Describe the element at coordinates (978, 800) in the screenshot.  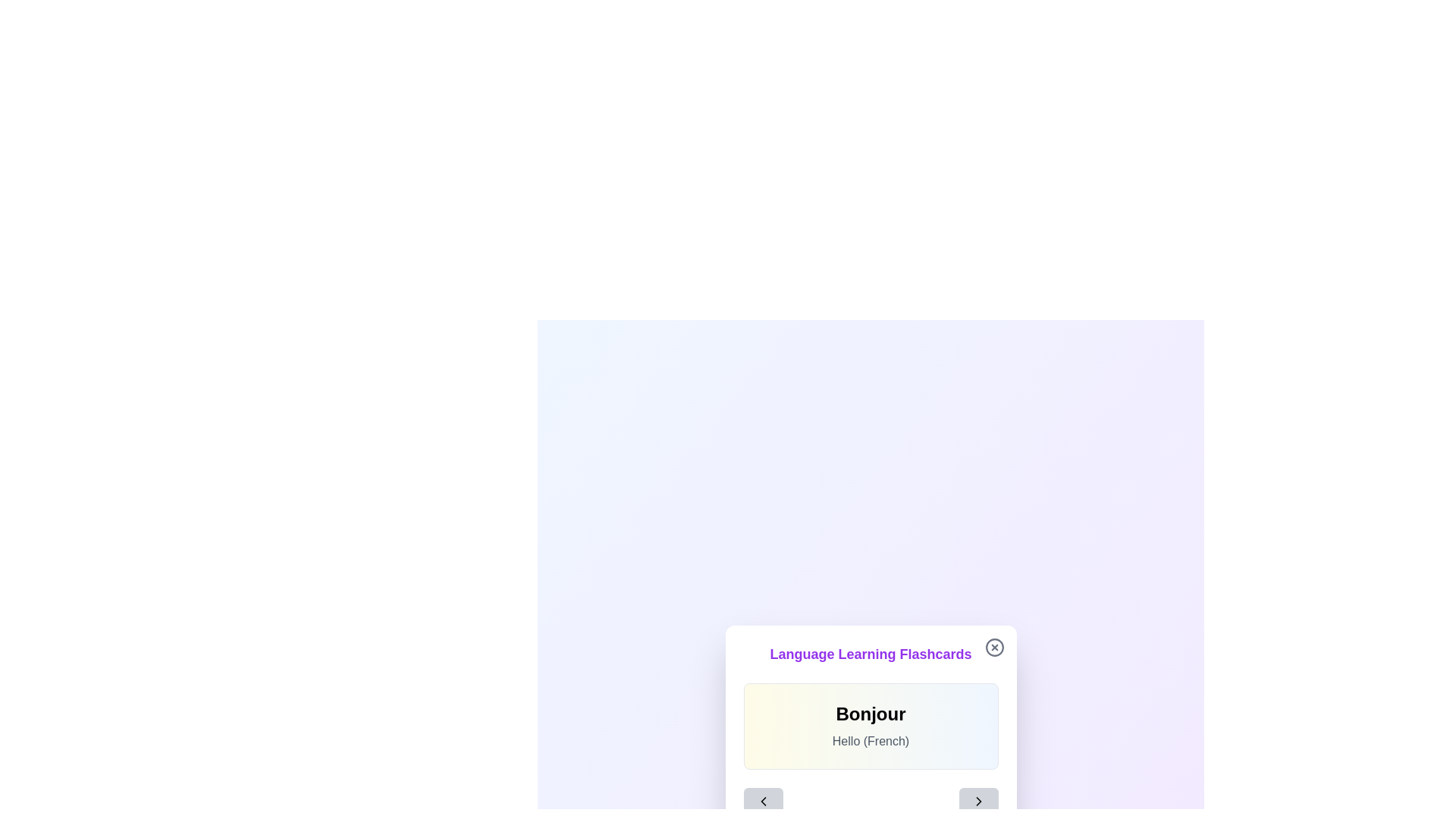
I see `the navigation control icon located at the bottom-right of the flashcard modal interface` at that location.